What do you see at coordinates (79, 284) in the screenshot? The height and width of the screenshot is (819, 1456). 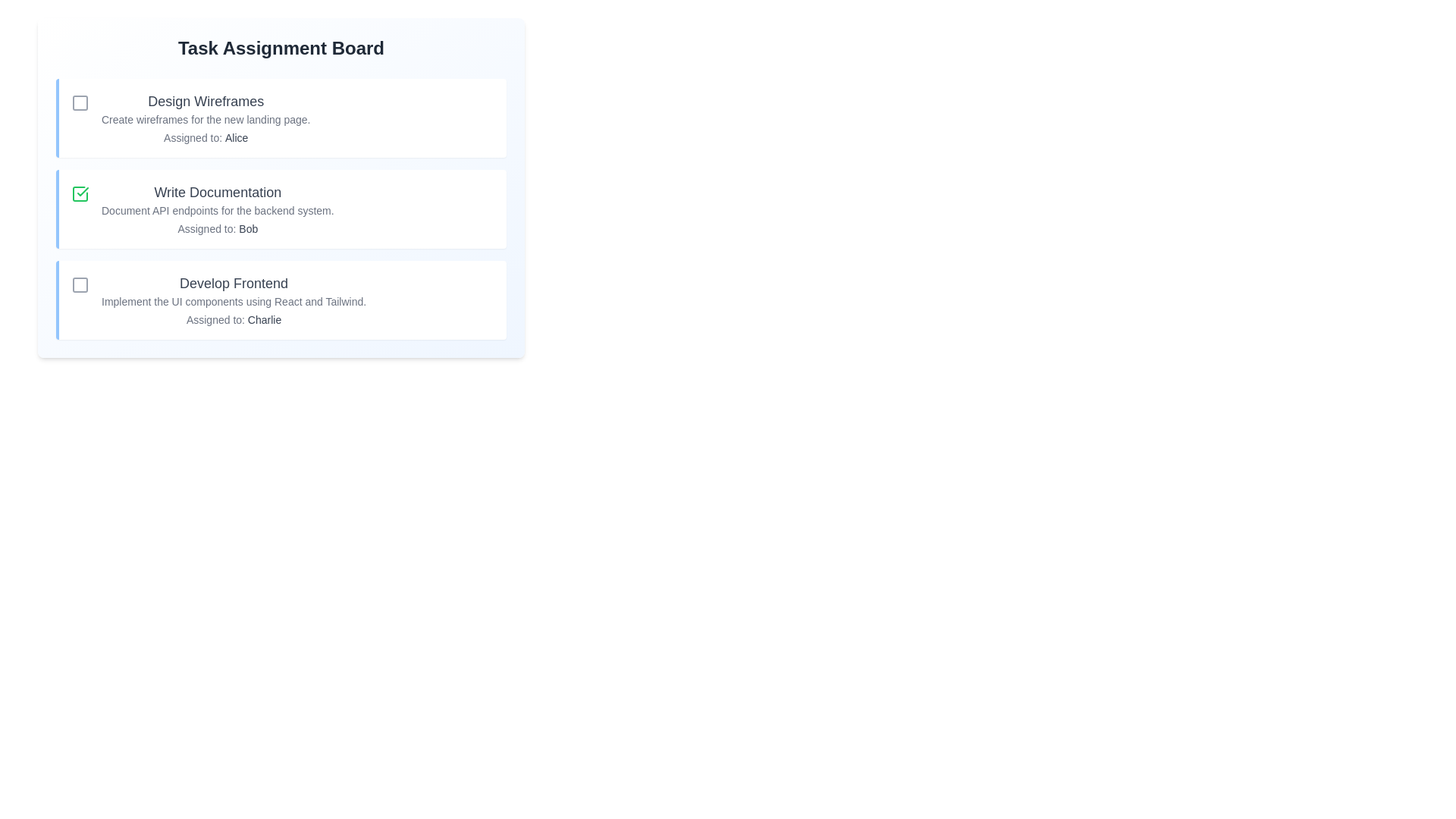 I see `the inner square indicator located in the 'Develop Frontend' row, which is the third entry in the task list` at bounding box center [79, 284].